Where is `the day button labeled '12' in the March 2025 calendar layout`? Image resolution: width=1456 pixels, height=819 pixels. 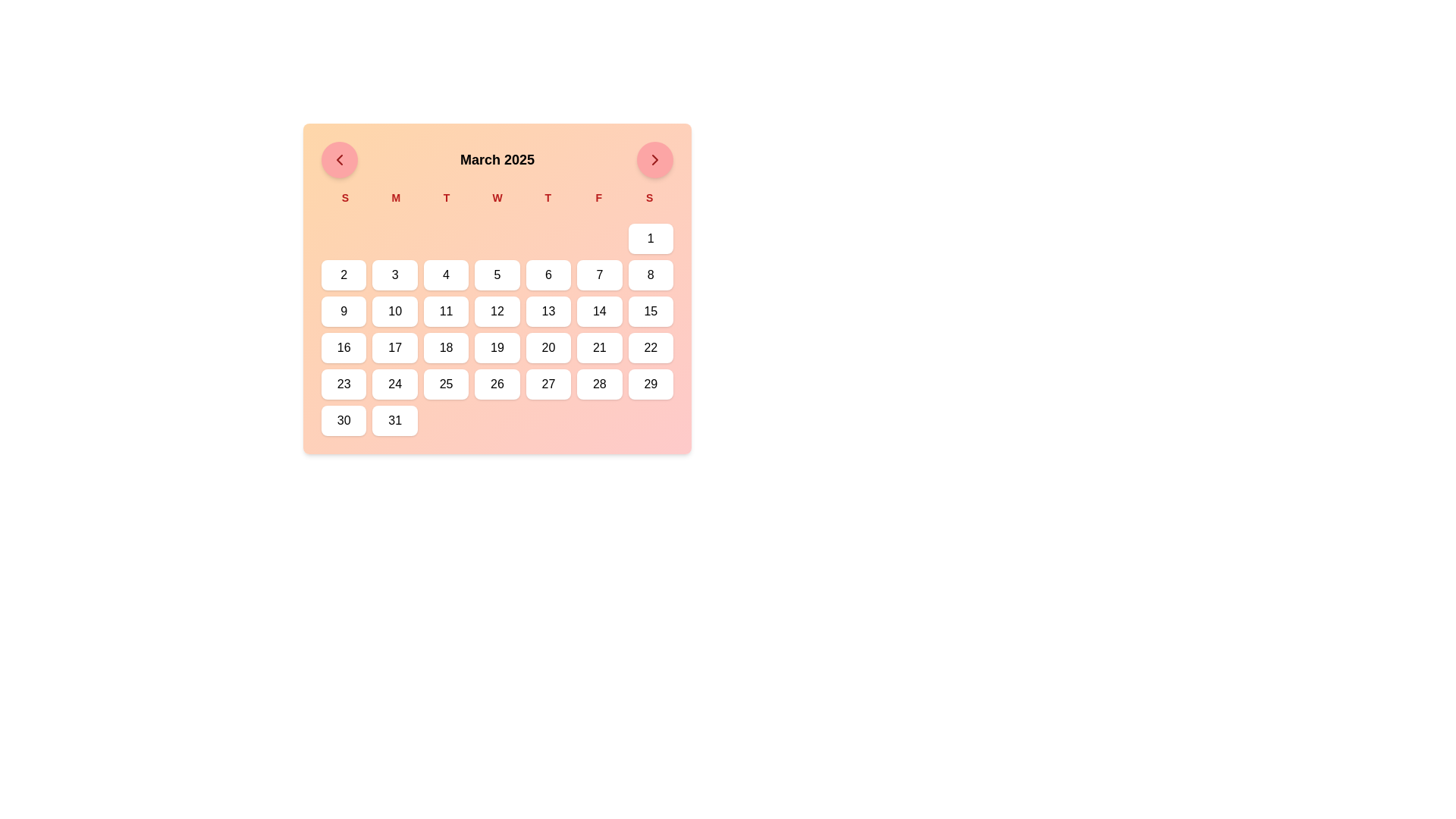 the day button labeled '12' in the March 2025 calendar layout is located at coordinates (497, 311).